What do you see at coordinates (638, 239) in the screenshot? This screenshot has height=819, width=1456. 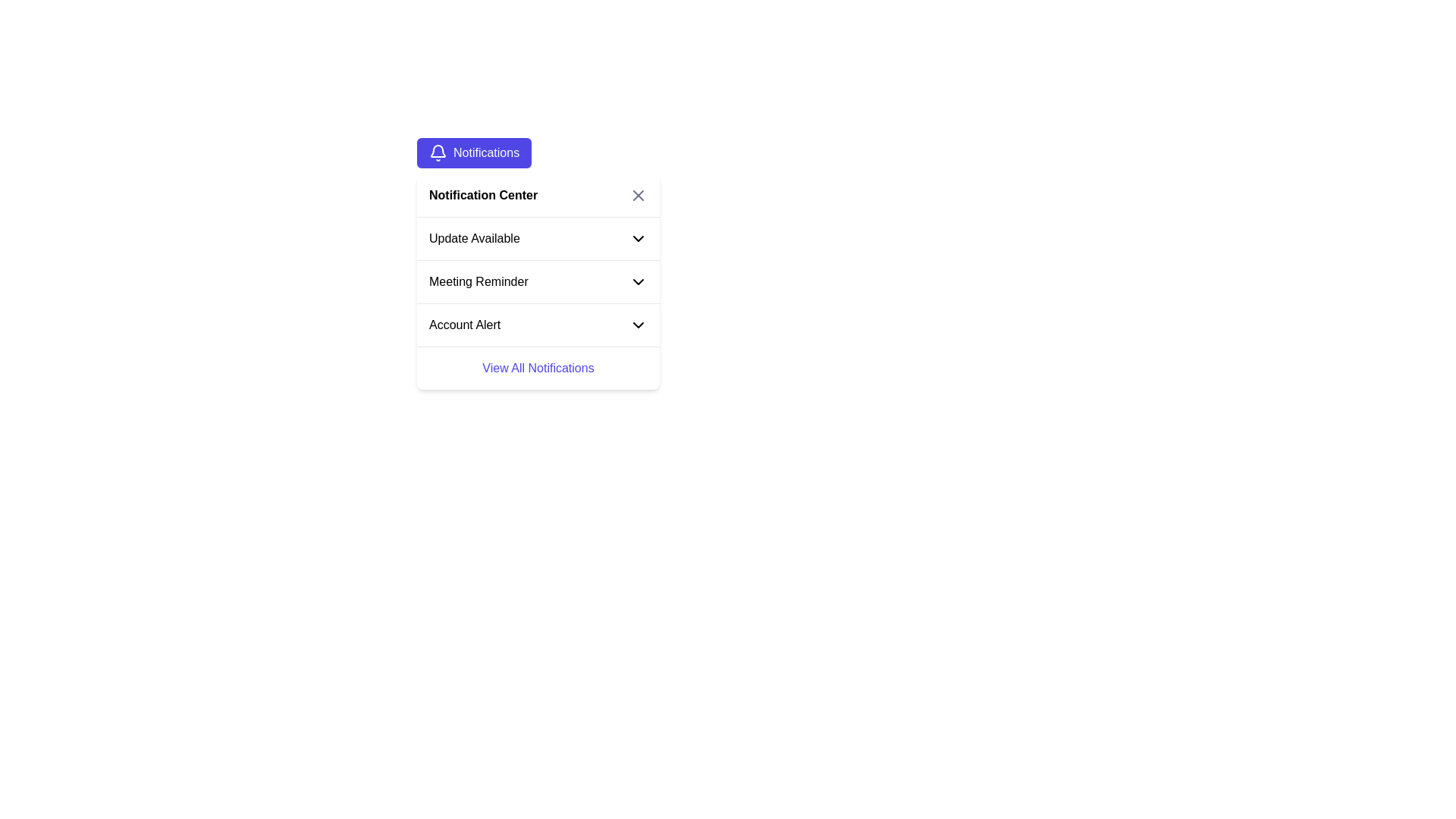 I see `the dropdown toggle icon located in the 'Update Available' section of the notification dropdown interface` at bounding box center [638, 239].